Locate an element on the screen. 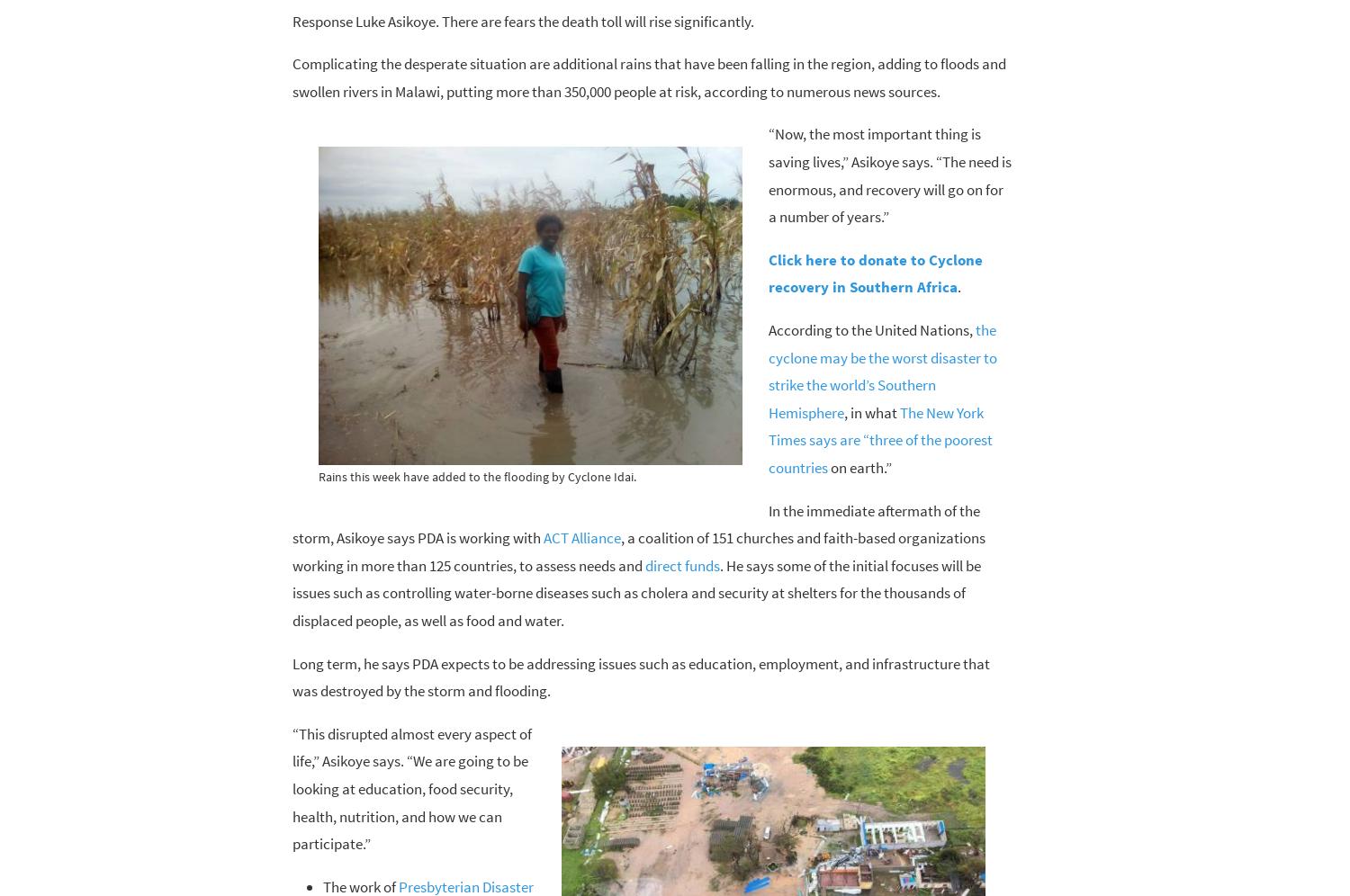 This screenshot has width=1350, height=896. ', a coalition of 151 churches and faith-based organizations working in more than 125 countries, to assess needs and' is located at coordinates (637, 551).